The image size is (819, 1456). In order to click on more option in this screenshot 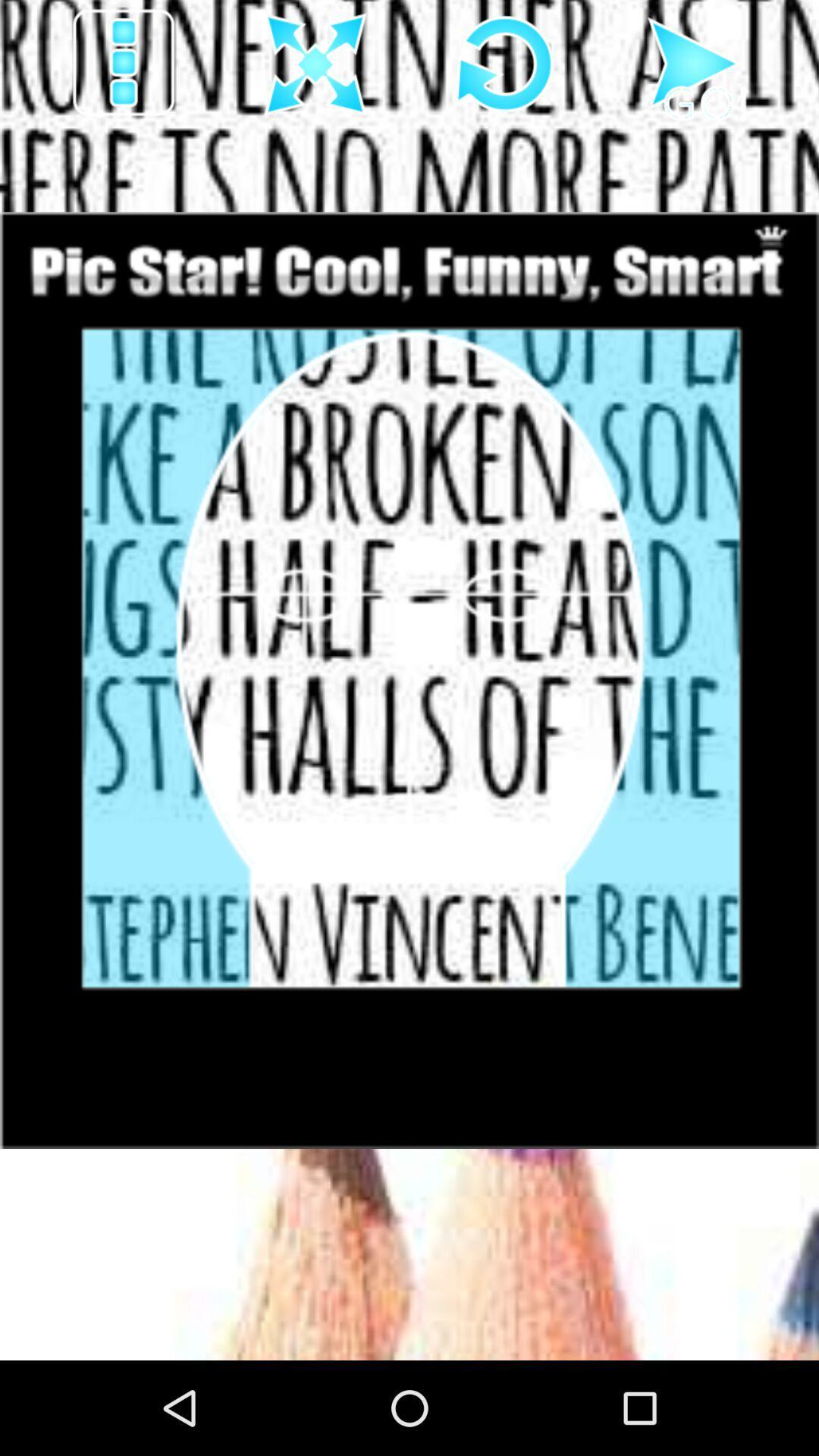, I will do `click(124, 64)`.